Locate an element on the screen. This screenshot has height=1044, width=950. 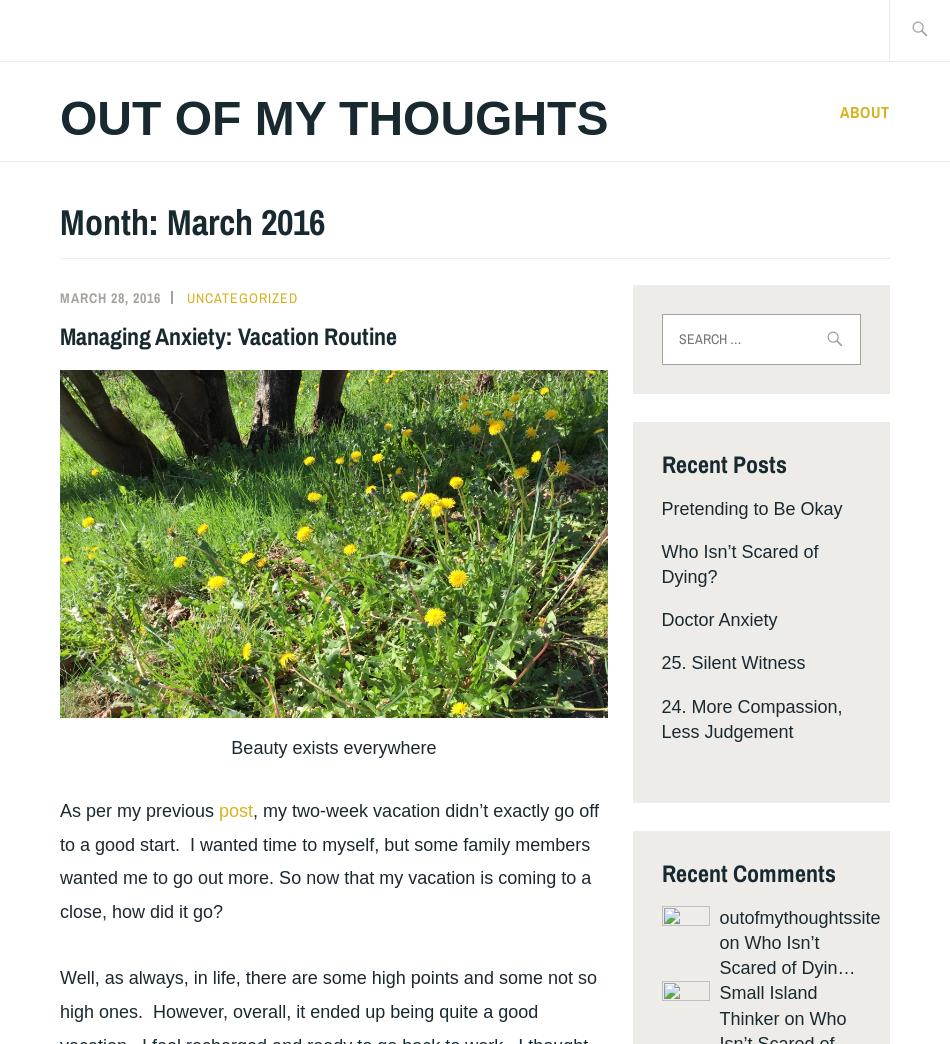
'Uncategorized' is located at coordinates (241, 296).